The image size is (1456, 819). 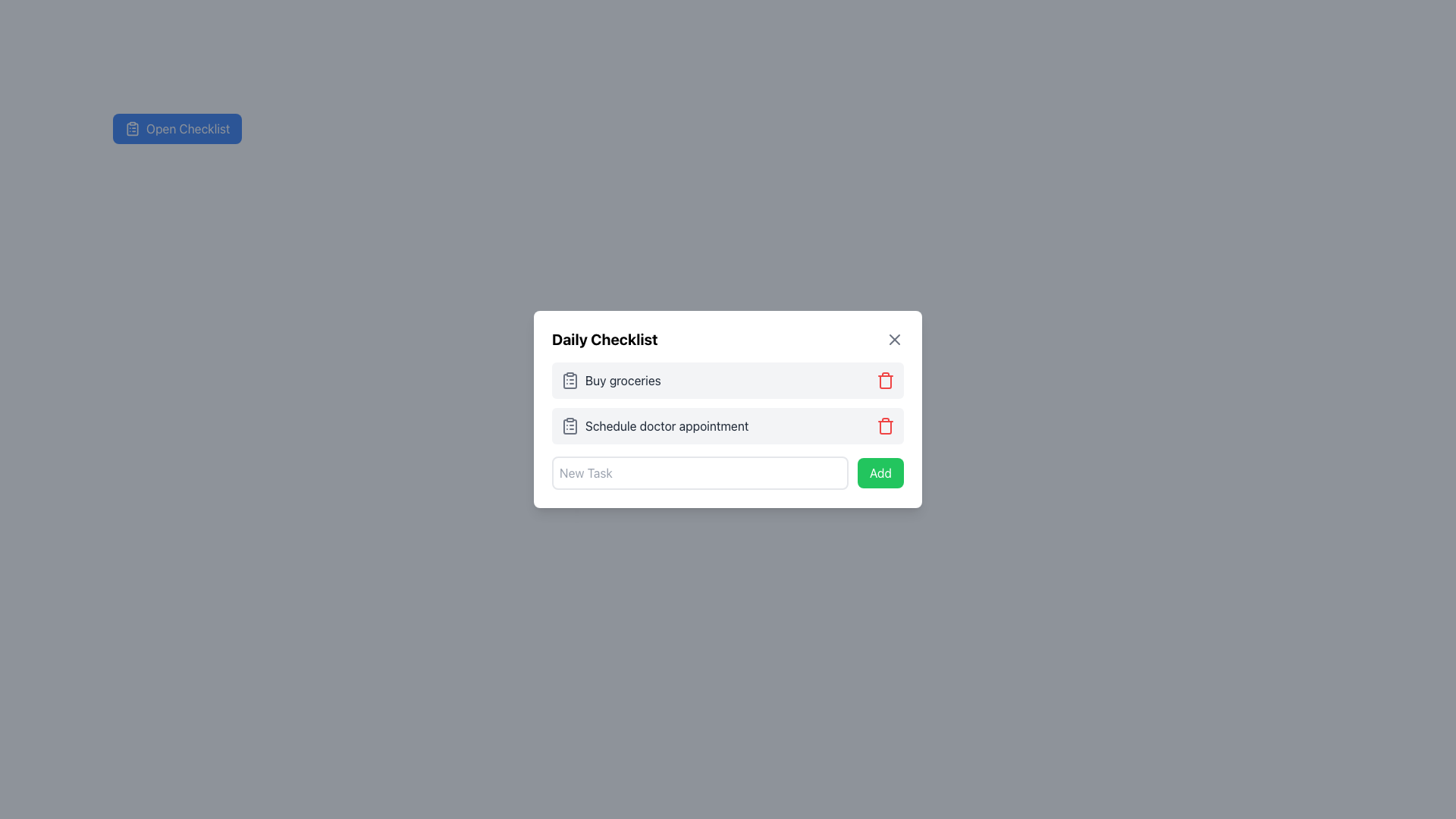 What do you see at coordinates (667, 426) in the screenshot?
I see `the static text label displaying 'Schedule doctor appointment', which is located in the 'Daily Checklist' modal and is the second item in the checklist` at bounding box center [667, 426].